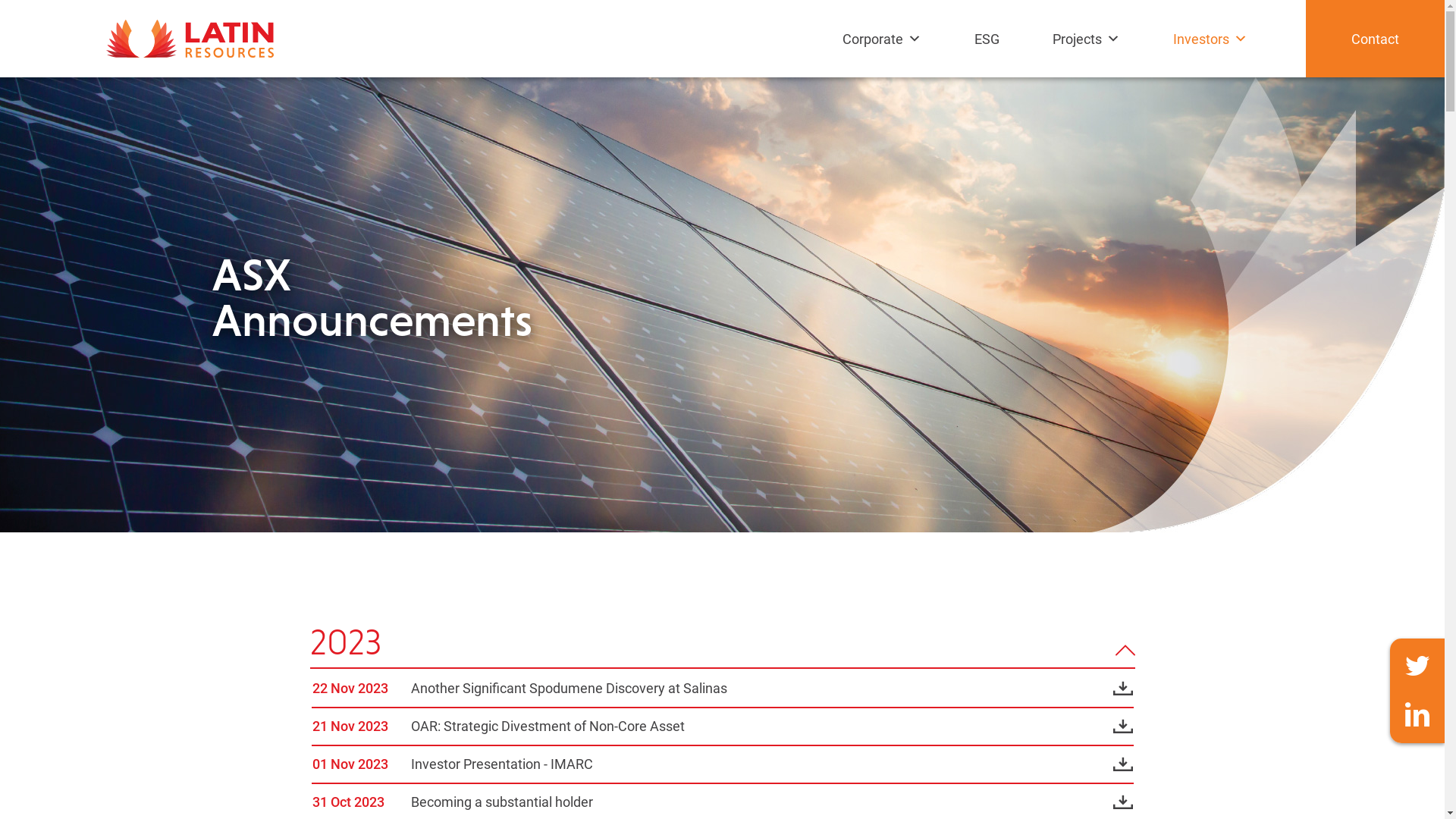 The width and height of the screenshot is (1456, 819). What do you see at coordinates (990, 52) in the screenshot?
I see `'ESG'` at bounding box center [990, 52].